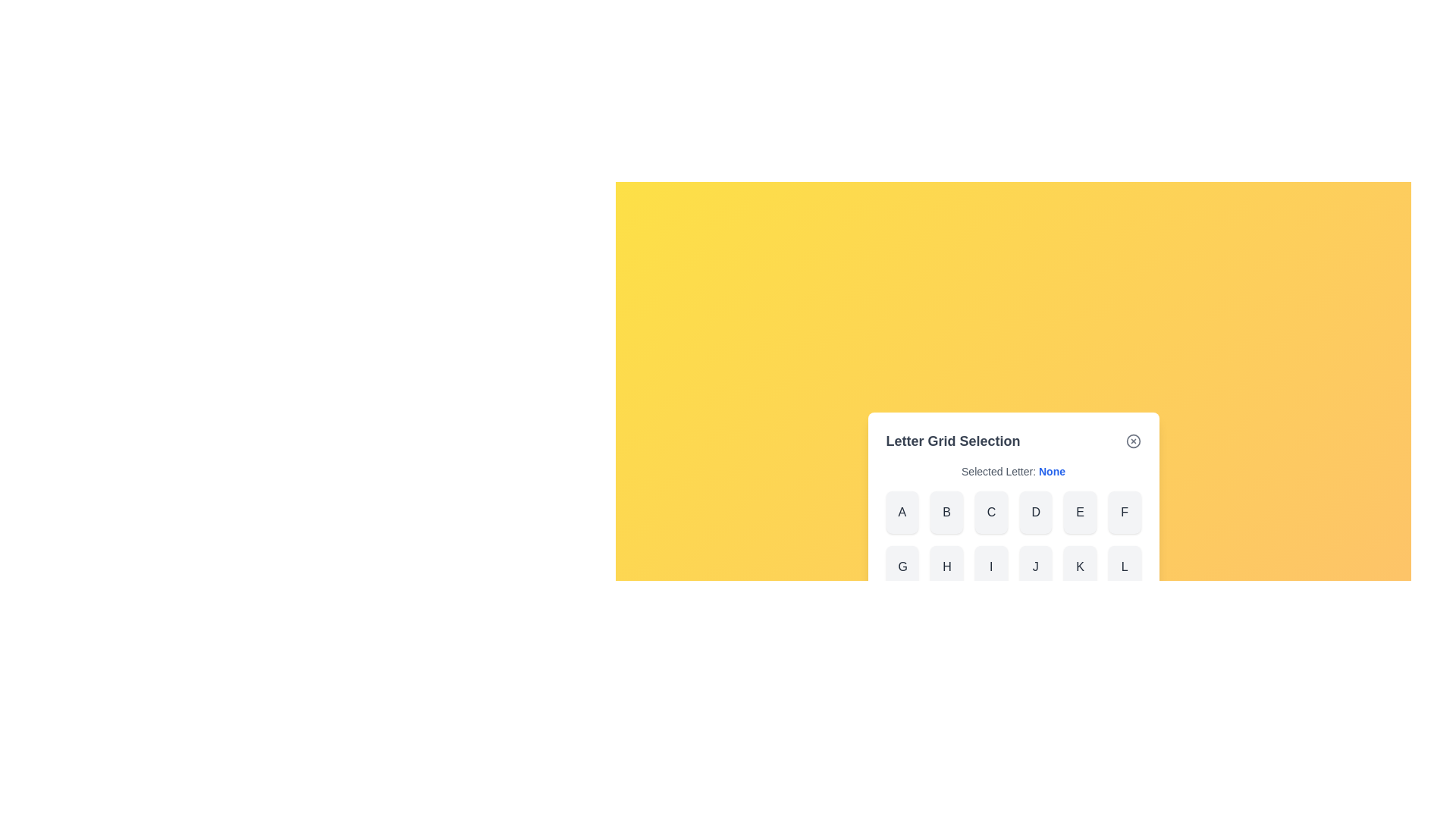 This screenshot has width=1456, height=819. I want to click on the letter F from the grid, so click(1125, 512).